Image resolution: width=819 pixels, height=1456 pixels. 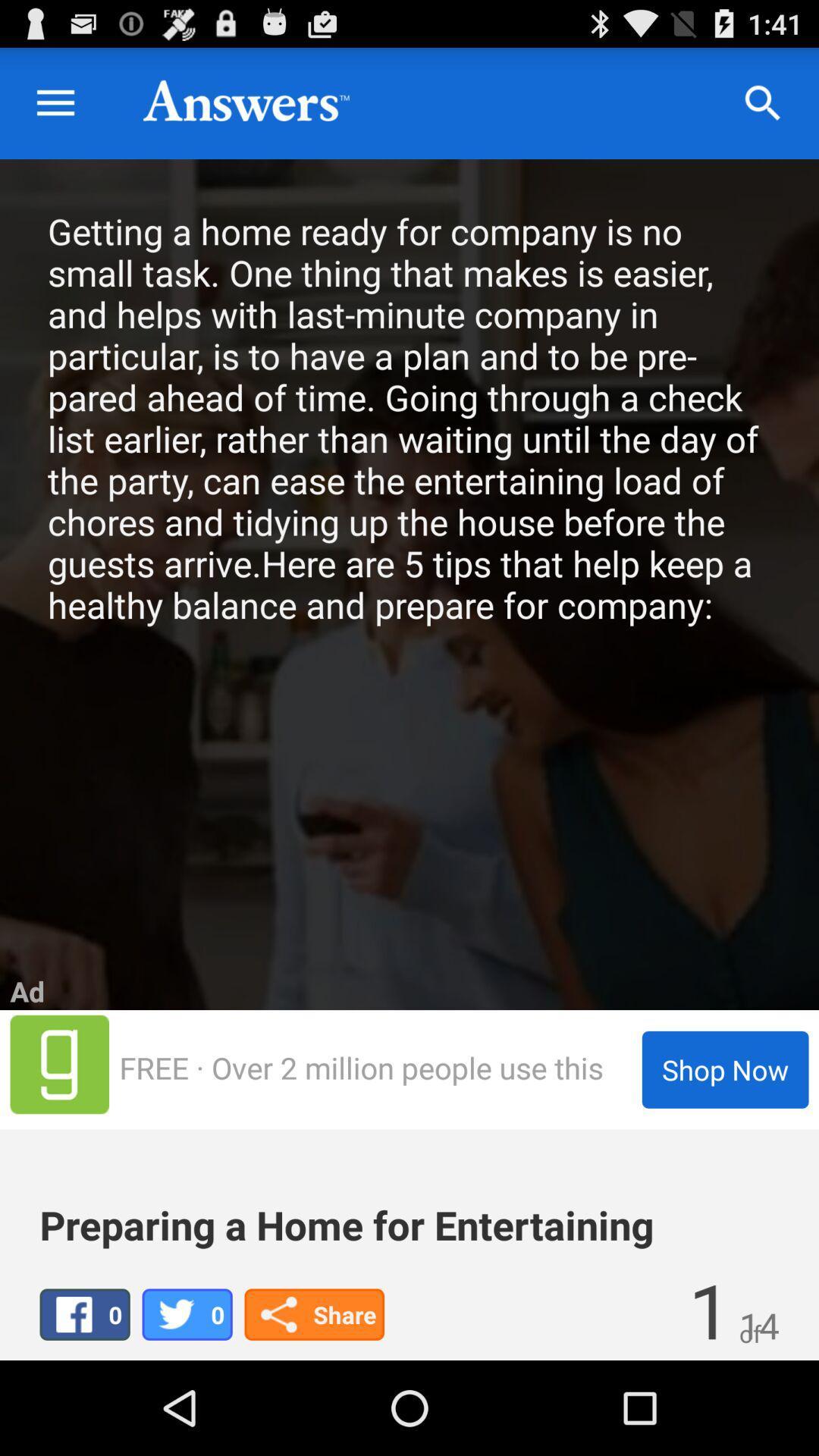 I want to click on the menu icon, so click(x=55, y=110).